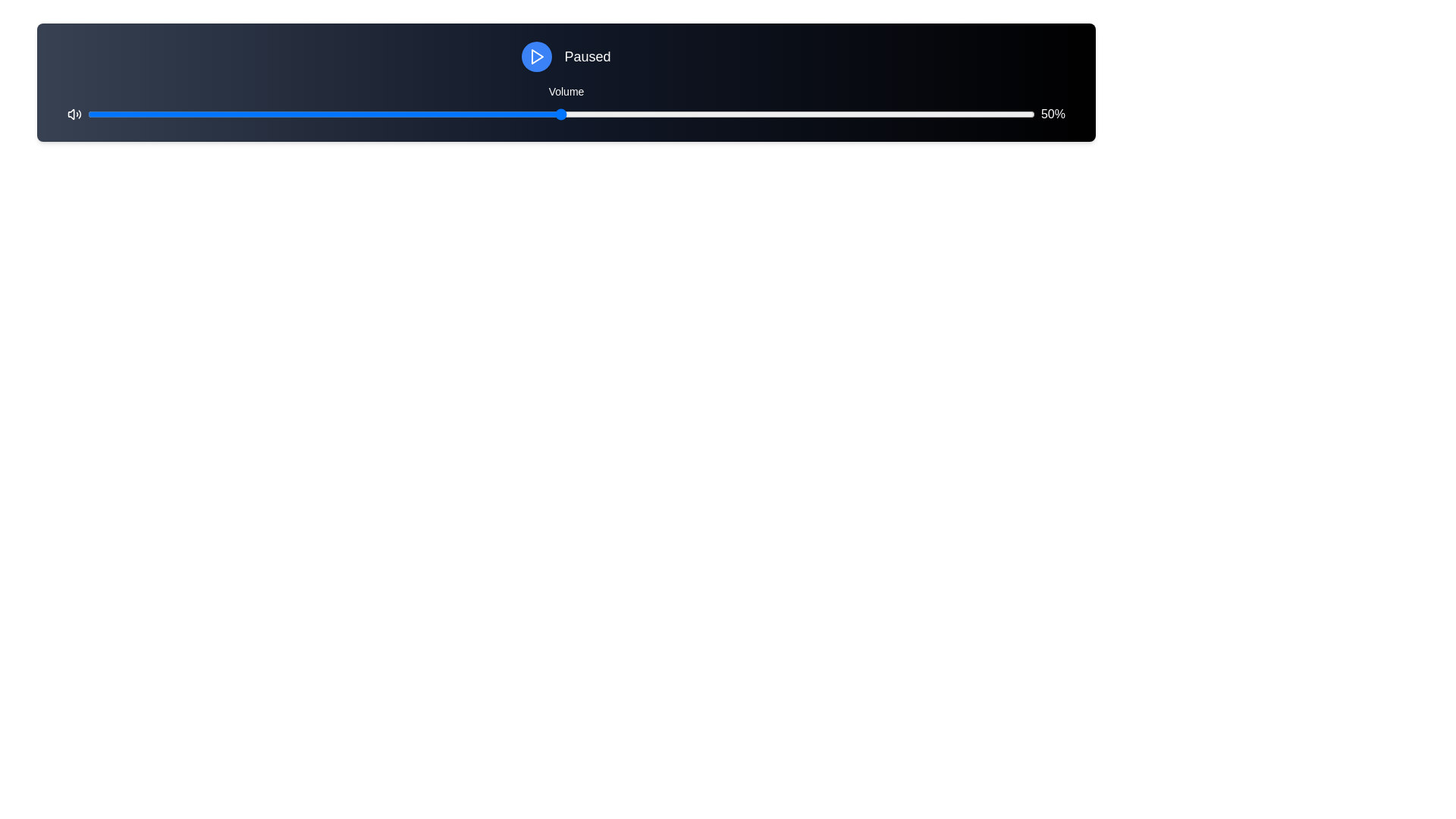 The width and height of the screenshot is (1456, 819). I want to click on the playback button located to the left of the 'Paused' text, so click(537, 55).